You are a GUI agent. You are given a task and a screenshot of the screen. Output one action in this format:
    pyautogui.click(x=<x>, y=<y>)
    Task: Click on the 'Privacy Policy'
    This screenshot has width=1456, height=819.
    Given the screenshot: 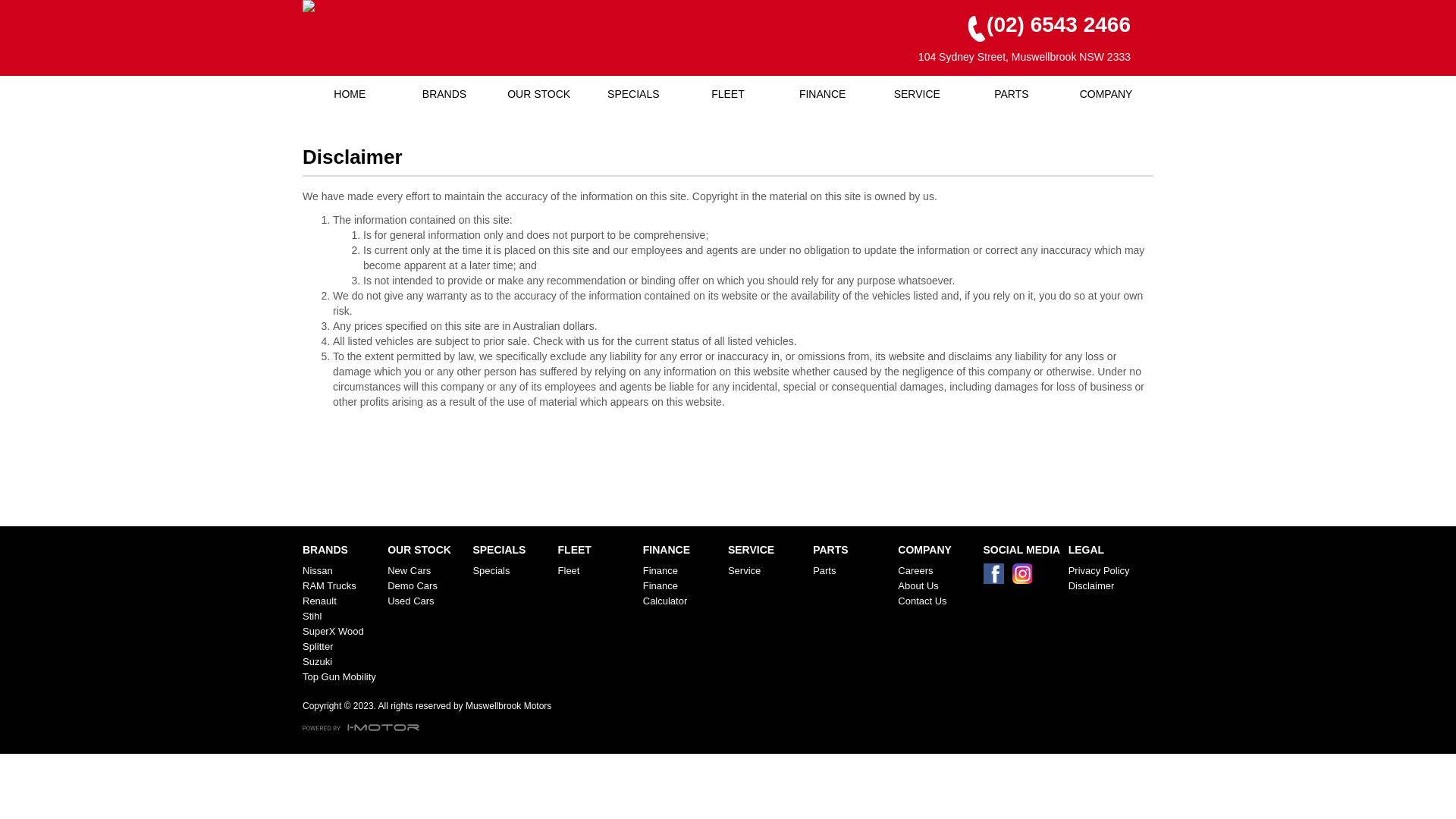 What is the action you would take?
    pyautogui.click(x=1107, y=570)
    